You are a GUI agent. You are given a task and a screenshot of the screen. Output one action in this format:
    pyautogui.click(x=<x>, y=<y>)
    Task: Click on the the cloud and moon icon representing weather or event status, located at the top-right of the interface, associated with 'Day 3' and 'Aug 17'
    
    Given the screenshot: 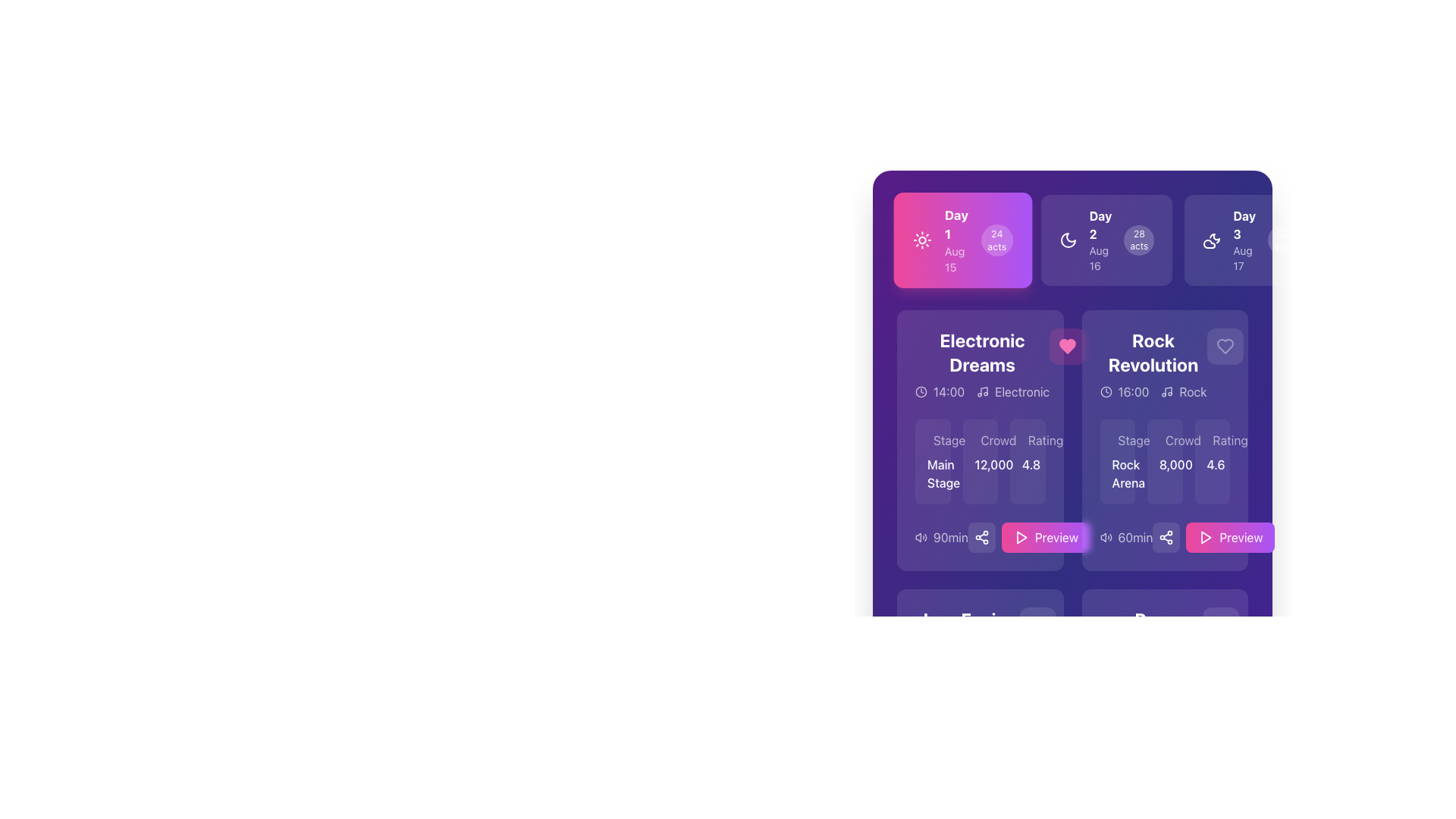 What is the action you would take?
    pyautogui.click(x=1211, y=239)
    